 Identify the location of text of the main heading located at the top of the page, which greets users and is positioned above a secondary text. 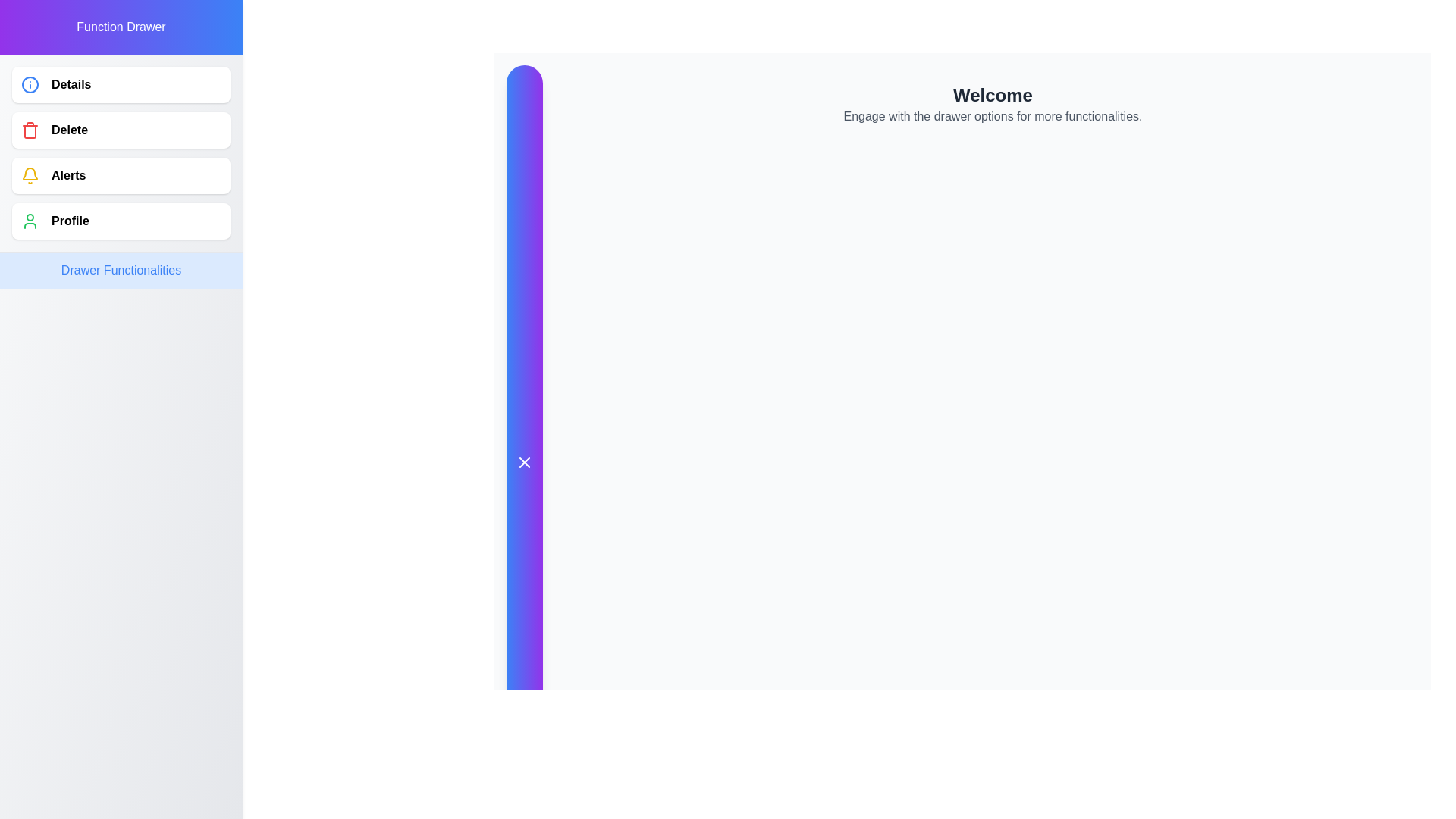
(993, 96).